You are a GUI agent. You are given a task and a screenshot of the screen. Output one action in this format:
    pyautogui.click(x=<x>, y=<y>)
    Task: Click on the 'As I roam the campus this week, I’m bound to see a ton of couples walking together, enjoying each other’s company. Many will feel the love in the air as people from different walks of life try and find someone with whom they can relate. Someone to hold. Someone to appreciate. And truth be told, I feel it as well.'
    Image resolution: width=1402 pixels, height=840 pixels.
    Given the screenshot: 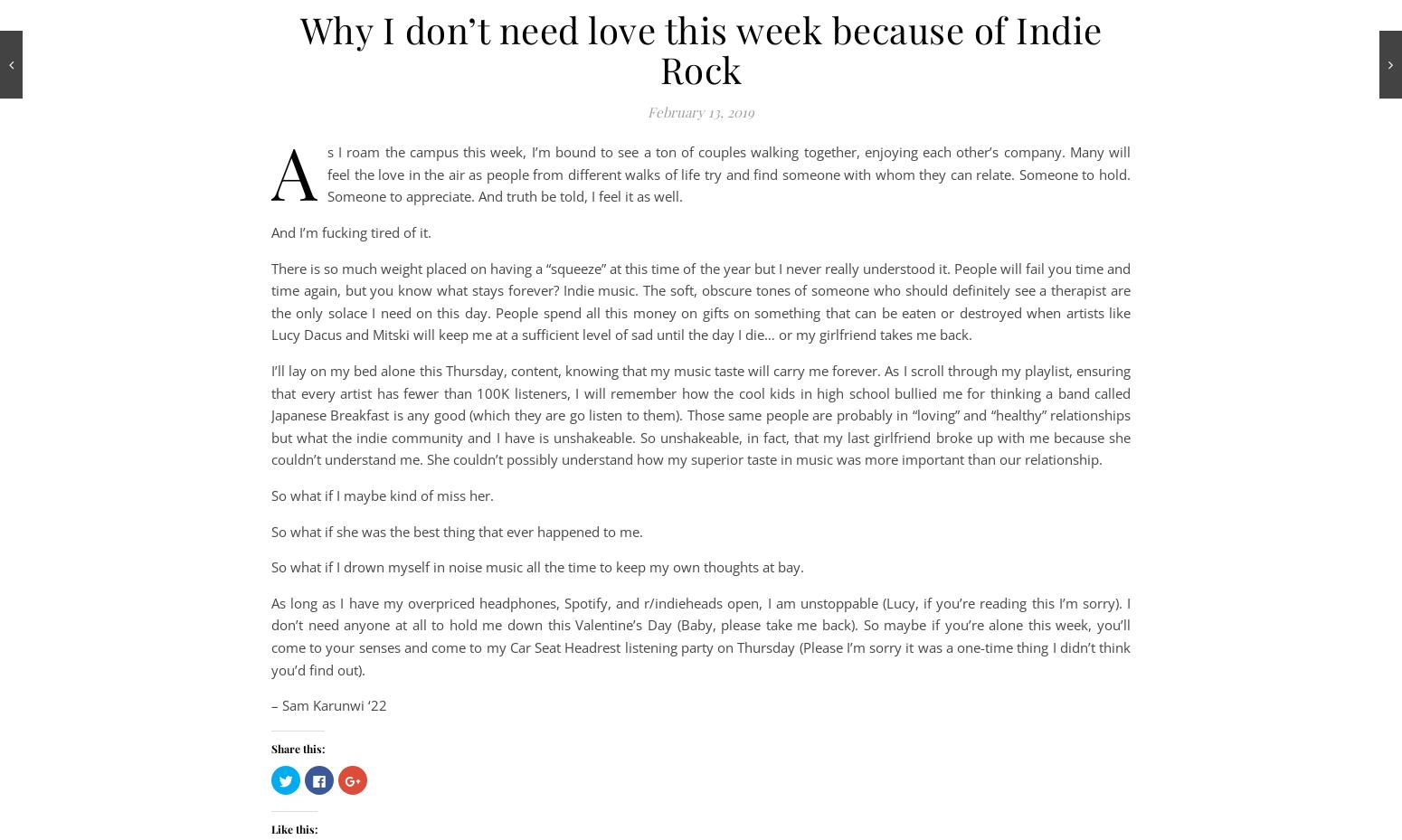 What is the action you would take?
    pyautogui.click(x=270, y=169)
    